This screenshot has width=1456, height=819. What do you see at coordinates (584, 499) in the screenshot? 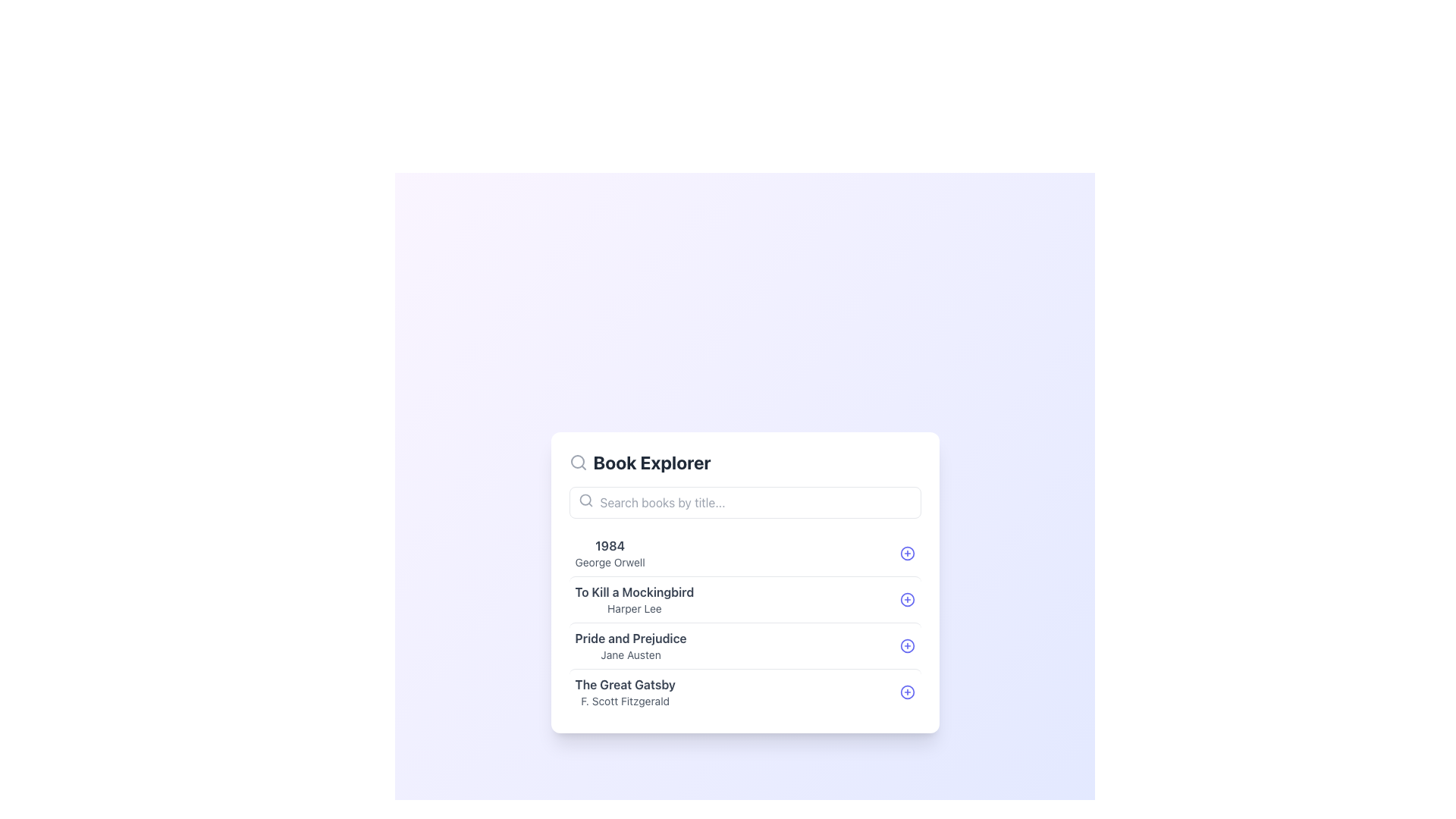
I see `the circular icon component of the search icon, which visually represents the lens frame of a magnifying glass located to the left of the search input field beneath the 'Book Explorer' heading` at bounding box center [584, 499].